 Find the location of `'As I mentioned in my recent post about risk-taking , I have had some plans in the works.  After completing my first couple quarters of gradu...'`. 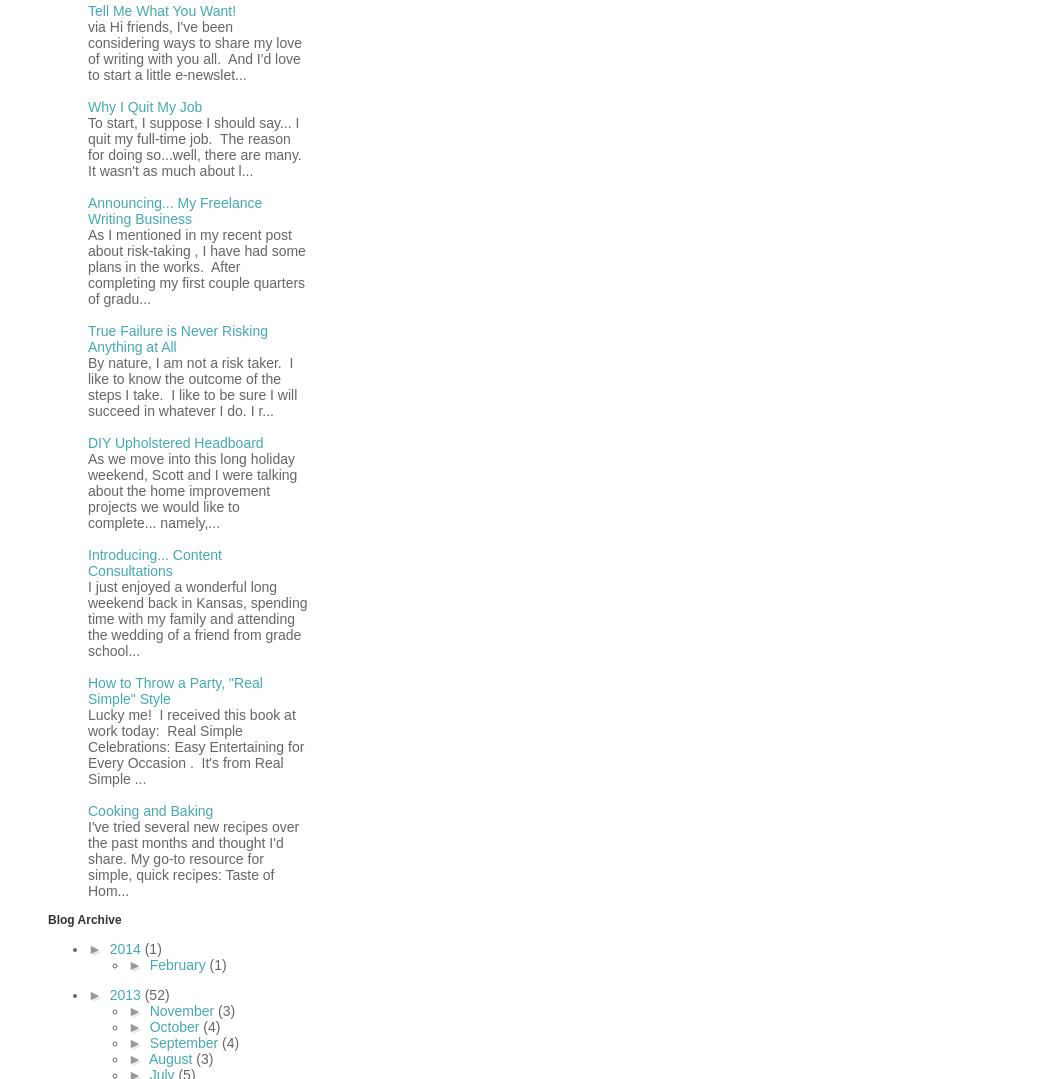

'As I mentioned in my recent post about risk-taking , I have had some plans in the works.  After completing my first couple quarters of gradu...' is located at coordinates (196, 265).